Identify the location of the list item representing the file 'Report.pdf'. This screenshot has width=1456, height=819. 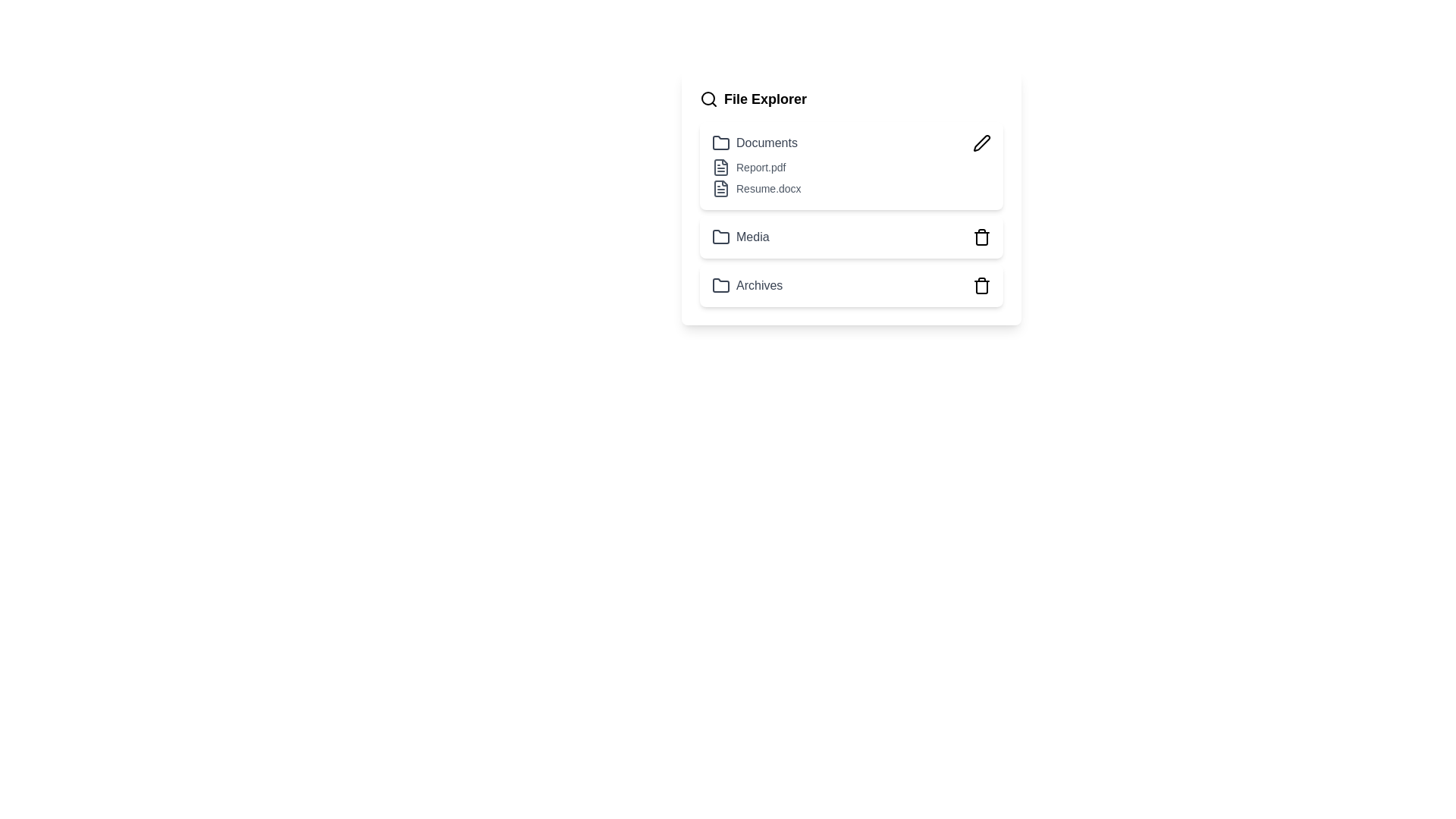
(852, 167).